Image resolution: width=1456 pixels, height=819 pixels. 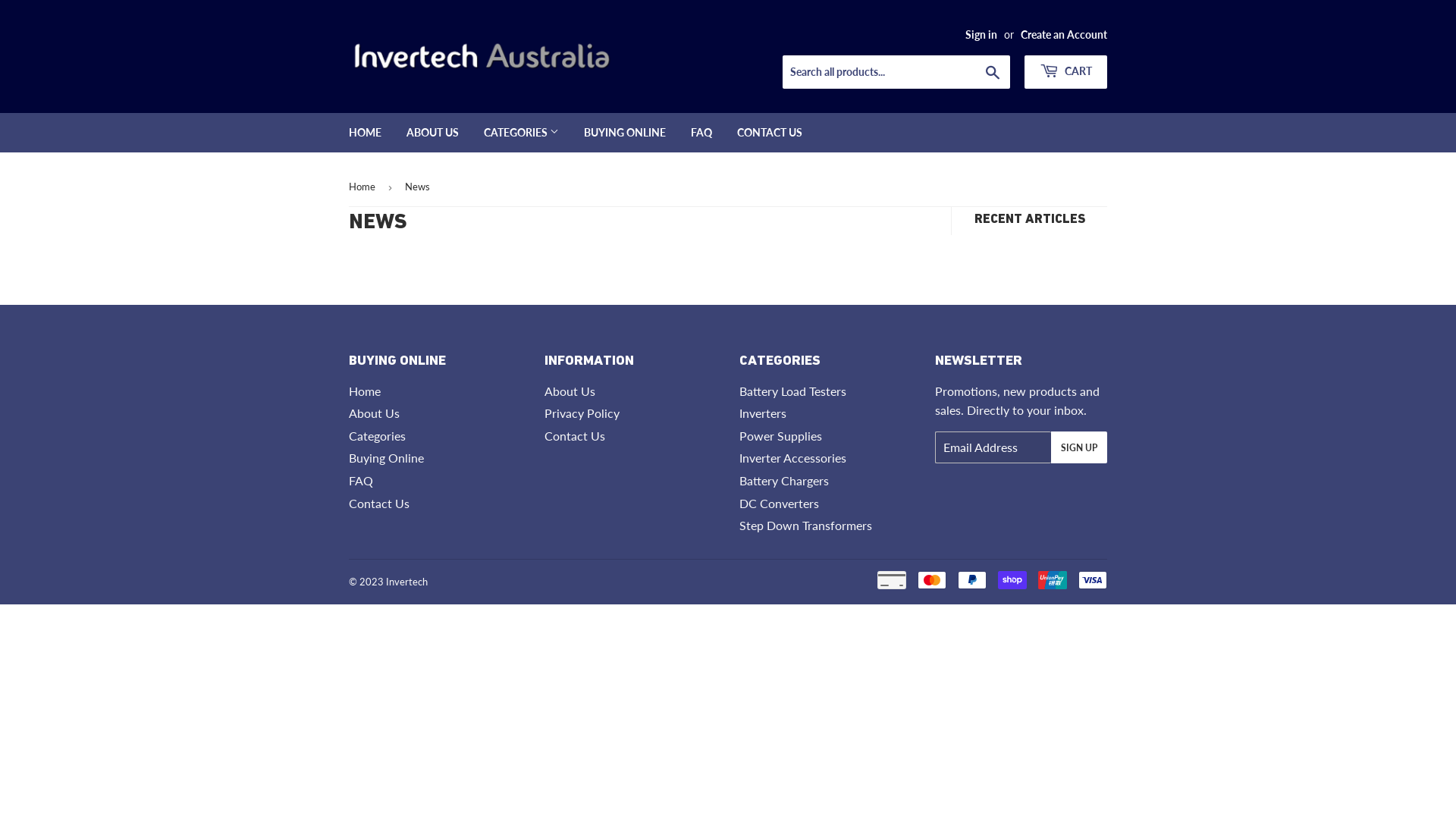 I want to click on 'Create an Account', so click(x=1062, y=34).